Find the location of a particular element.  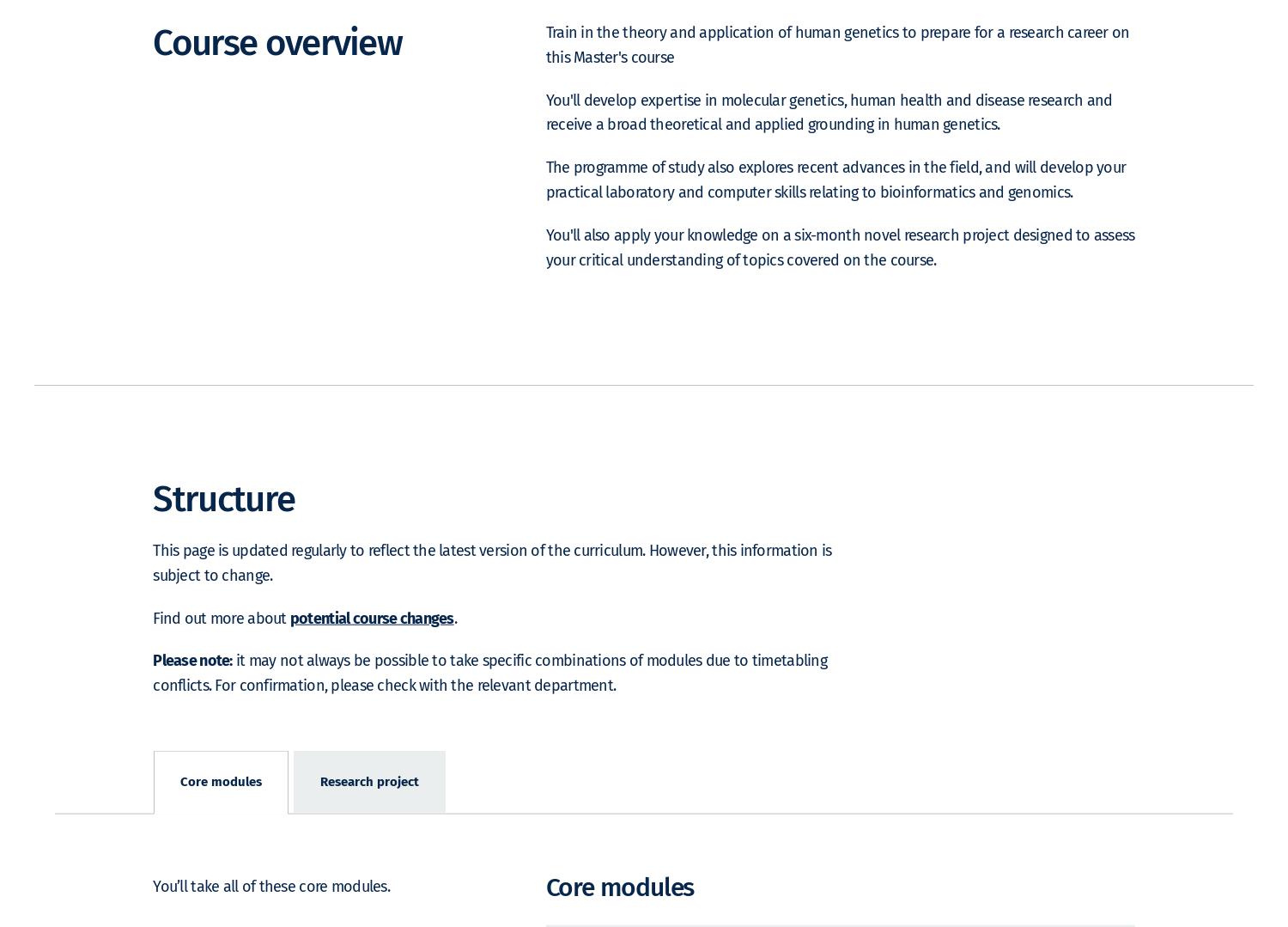

'The programme of study also explores recent advances in the field, and will develop your practical laboratory and computer skills relating to bioinformatics and genomics.' is located at coordinates (835, 204).